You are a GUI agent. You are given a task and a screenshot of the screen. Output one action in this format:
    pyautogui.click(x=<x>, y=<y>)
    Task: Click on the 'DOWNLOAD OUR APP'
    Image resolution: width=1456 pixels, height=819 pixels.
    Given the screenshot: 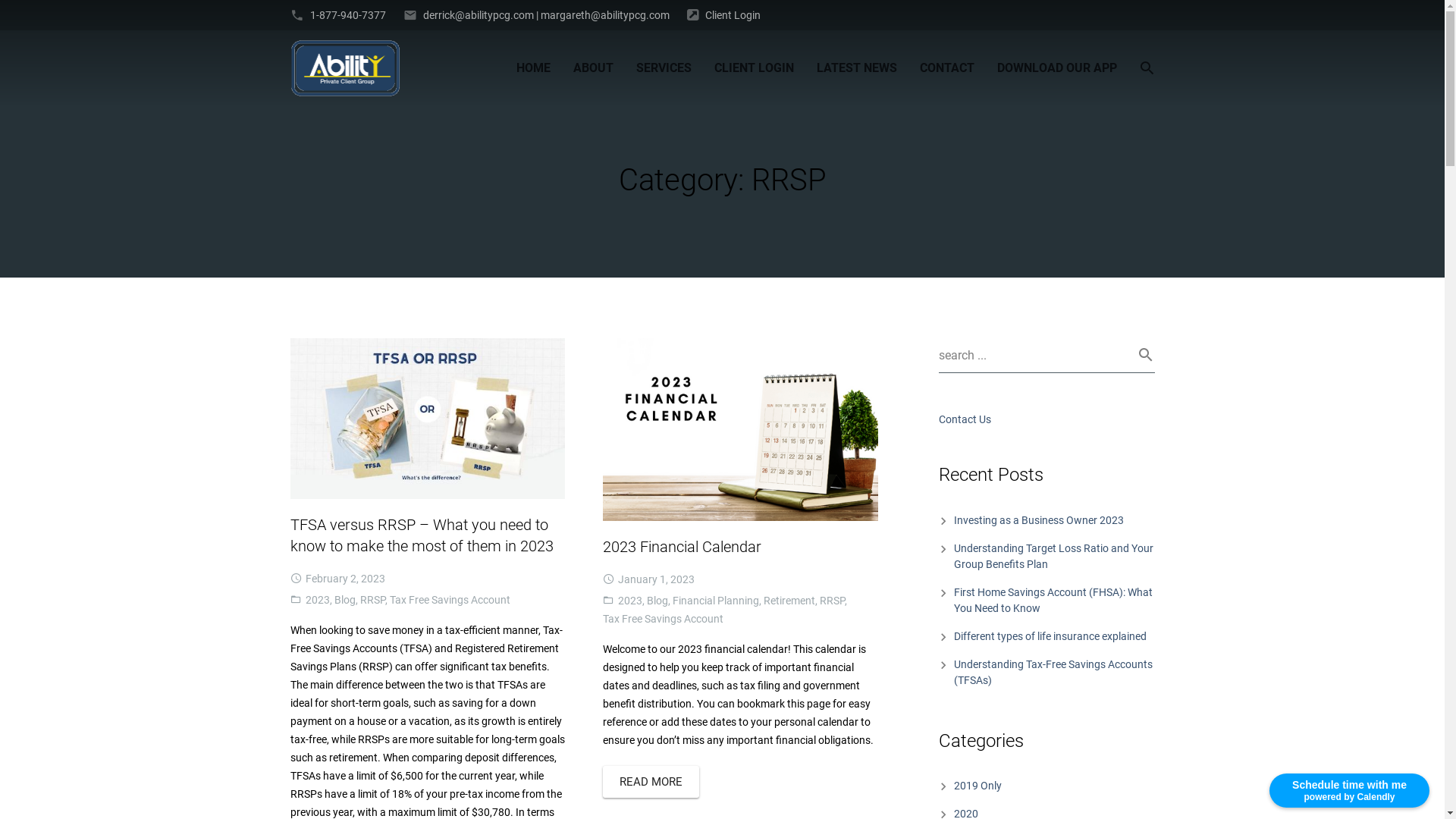 What is the action you would take?
    pyautogui.click(x=1056, y=67)
    